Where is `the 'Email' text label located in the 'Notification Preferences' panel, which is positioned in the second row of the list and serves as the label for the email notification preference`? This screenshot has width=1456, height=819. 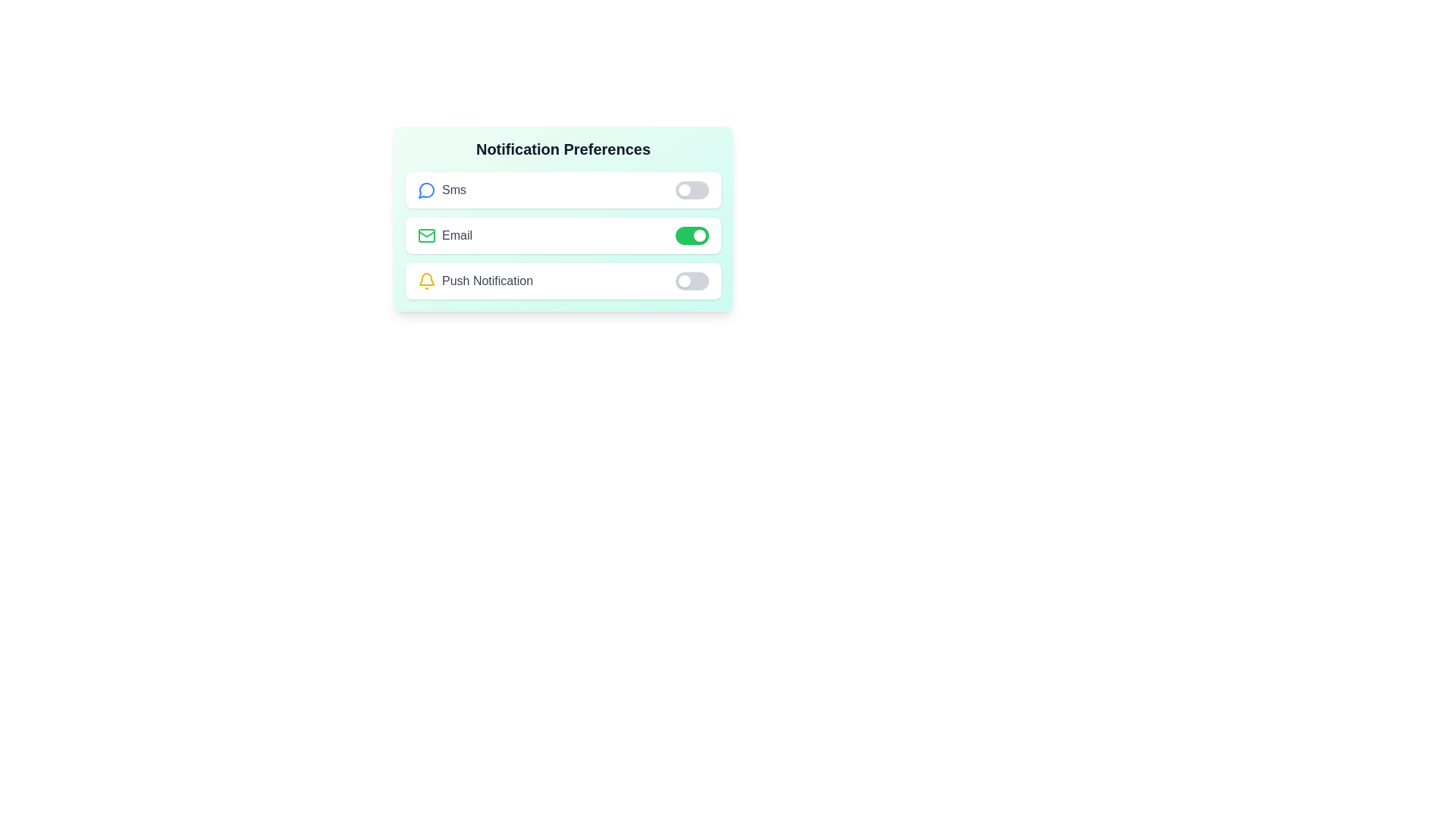
the 'Email' text label located in the 'Notification Preferences' panel, which is positioned in the second row of the list and serves as the label for the email notification preference is located at coordinates (457, 236).